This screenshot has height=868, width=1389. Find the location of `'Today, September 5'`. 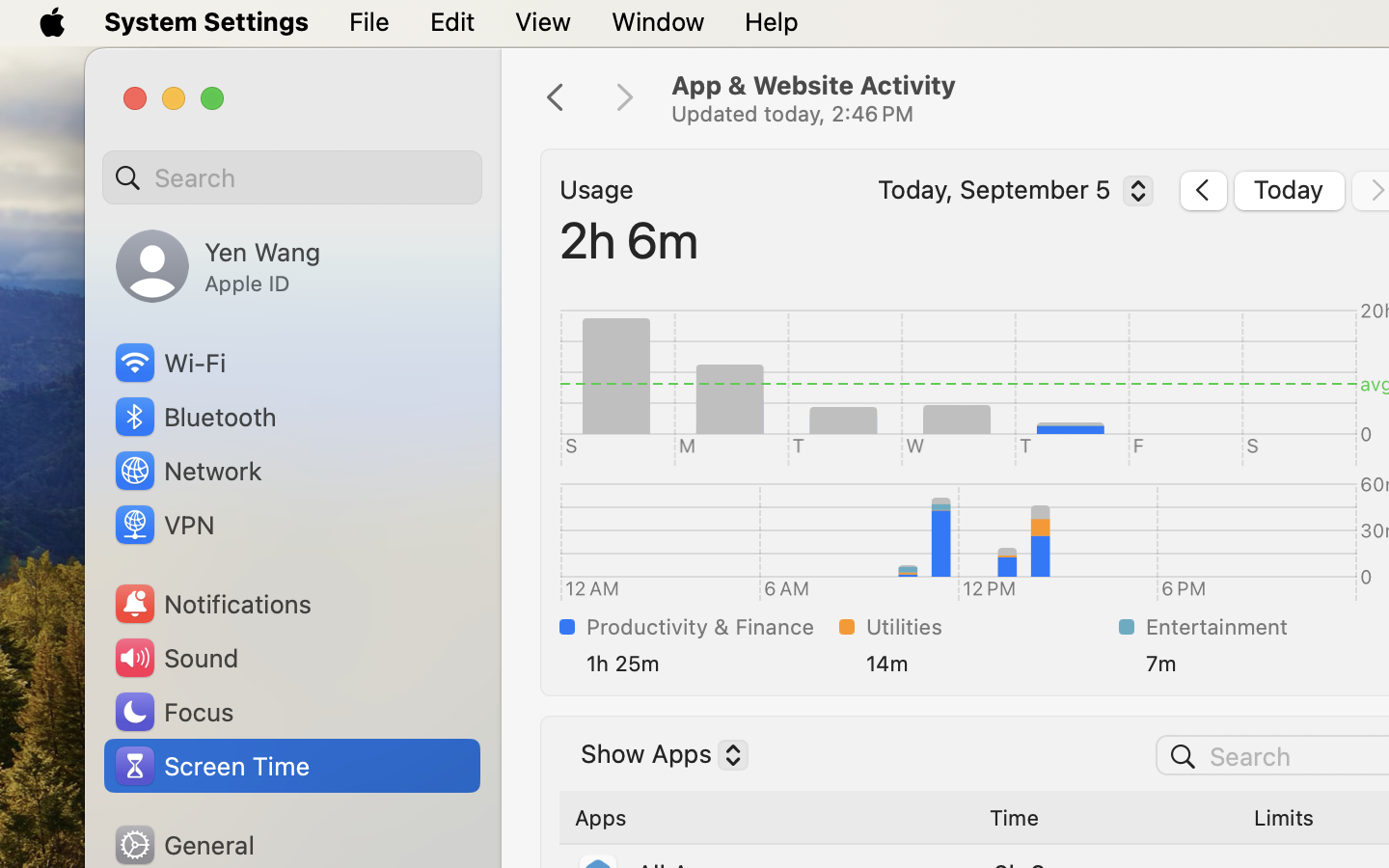

'Today, September 5' is located at coordinates (1011, 193).